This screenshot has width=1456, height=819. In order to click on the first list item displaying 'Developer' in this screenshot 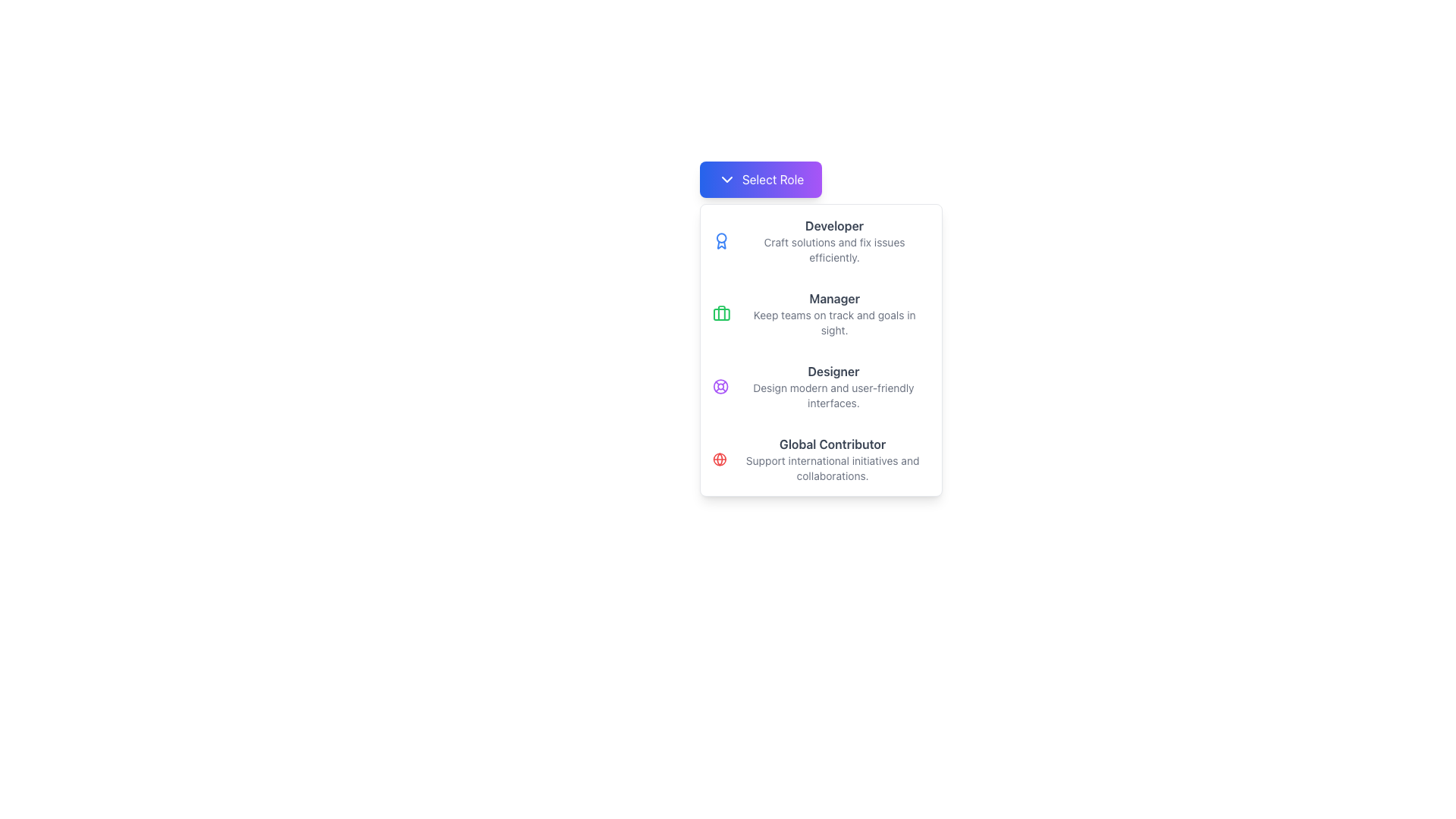, I will do `click(833, 240)`.